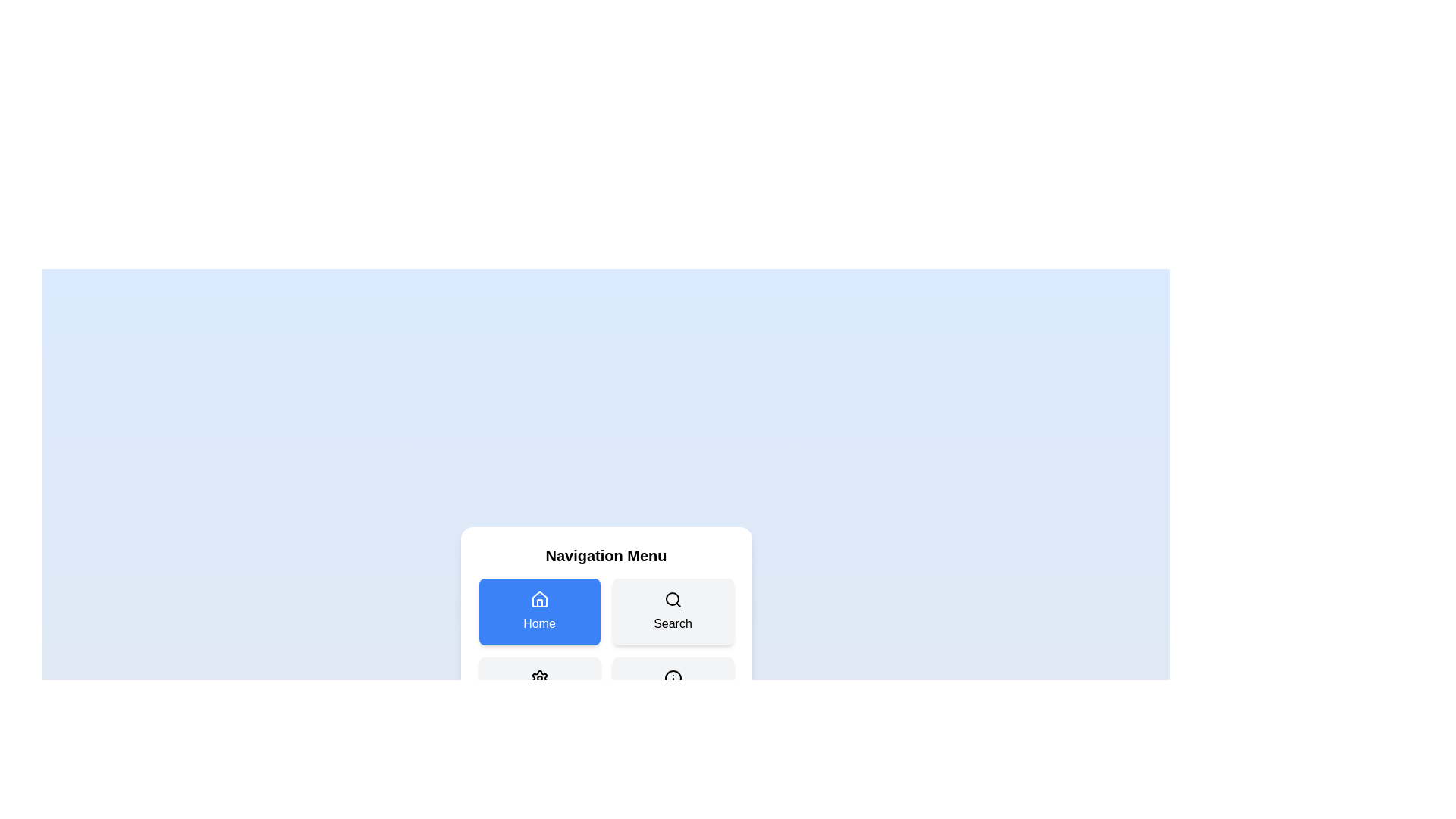 This screenshot has height=819, width=1456. Describe the element at coordinates (539, 690) in the screenshot. I see `the menu item labeled Settings to select it` at that location.